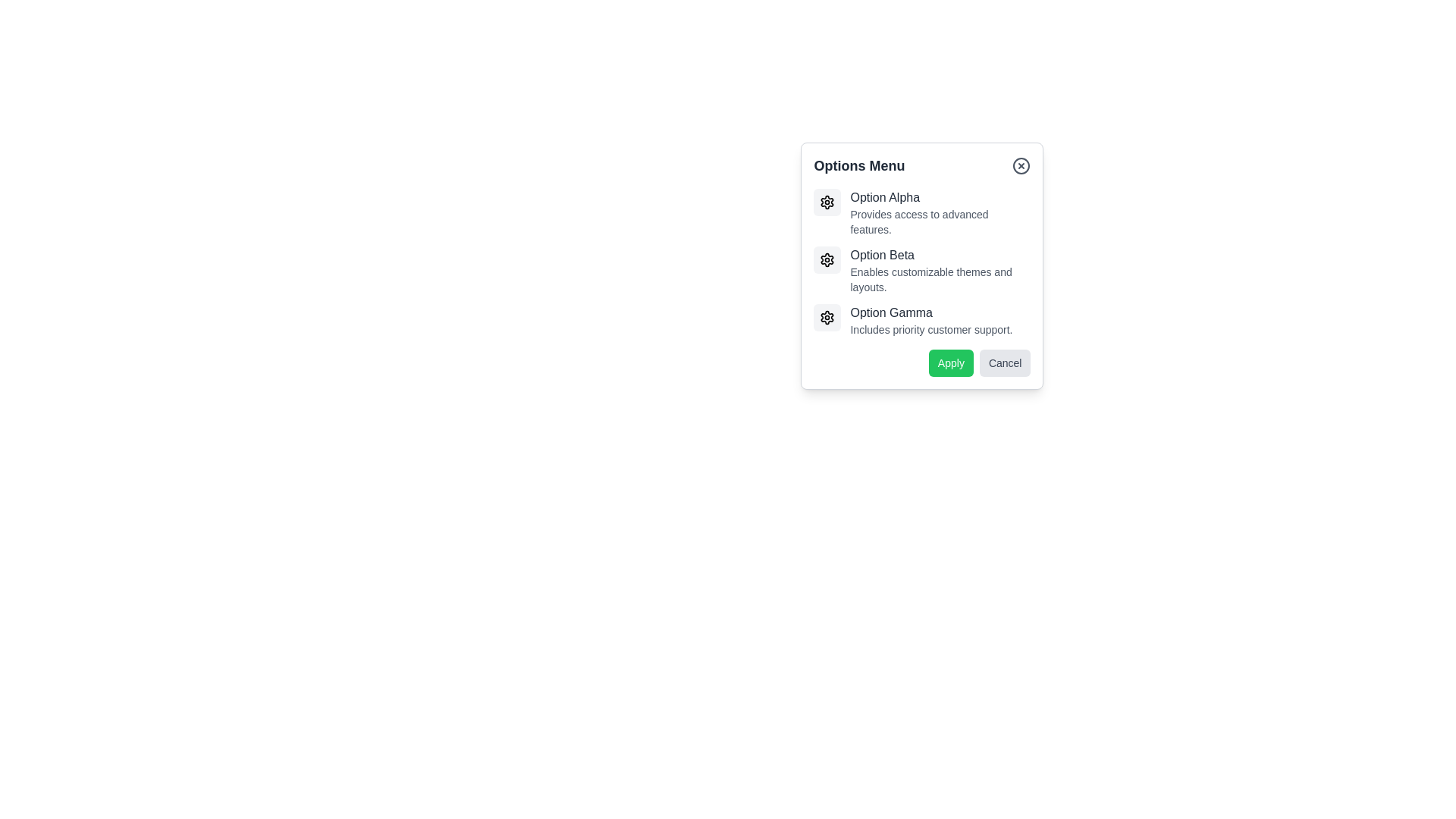  I want to click on the title label located at the top of the dialog box, so click(921, 166).